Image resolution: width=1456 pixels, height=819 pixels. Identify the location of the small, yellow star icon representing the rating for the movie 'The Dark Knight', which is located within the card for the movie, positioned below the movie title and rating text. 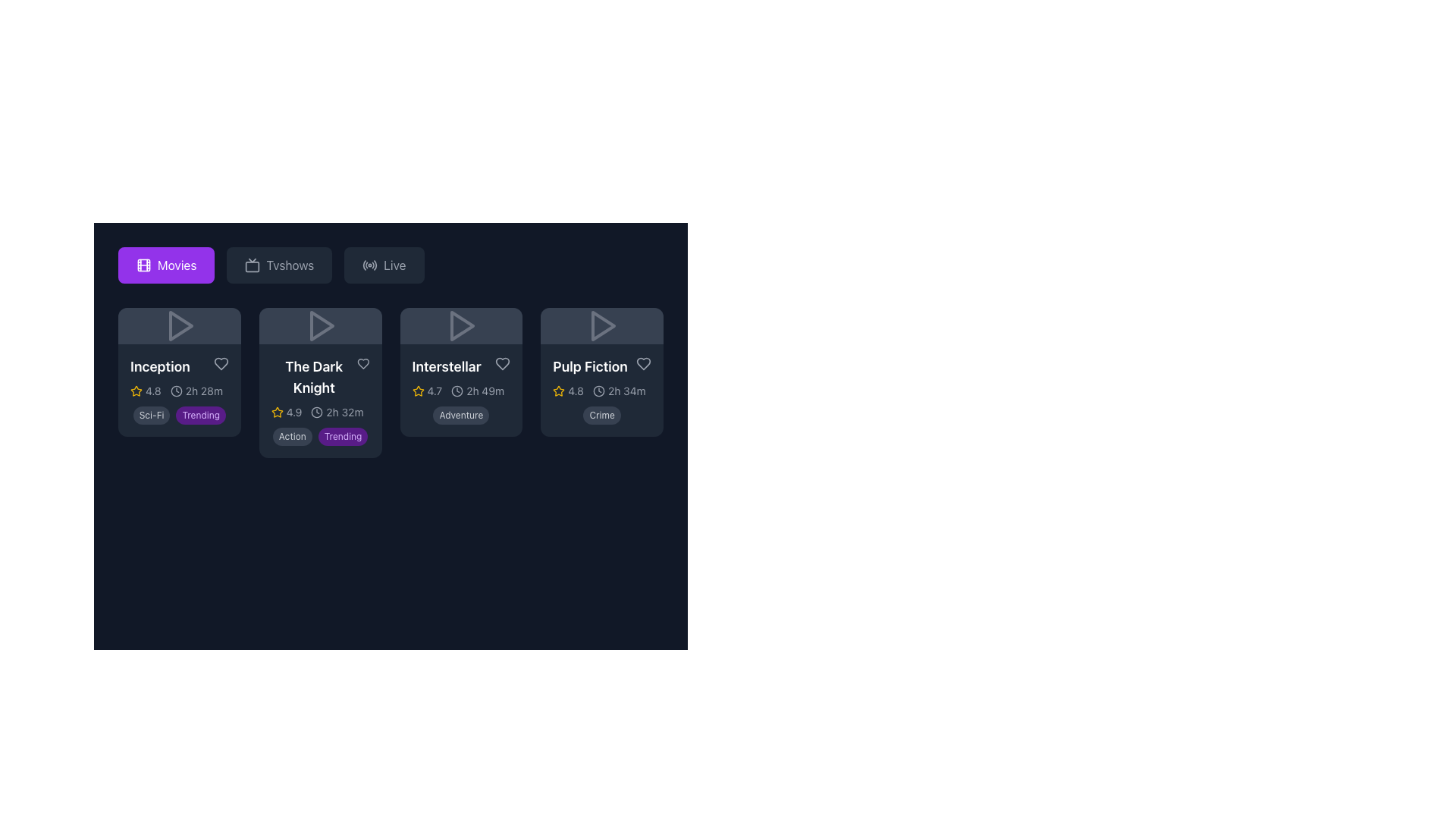
(277, 412).